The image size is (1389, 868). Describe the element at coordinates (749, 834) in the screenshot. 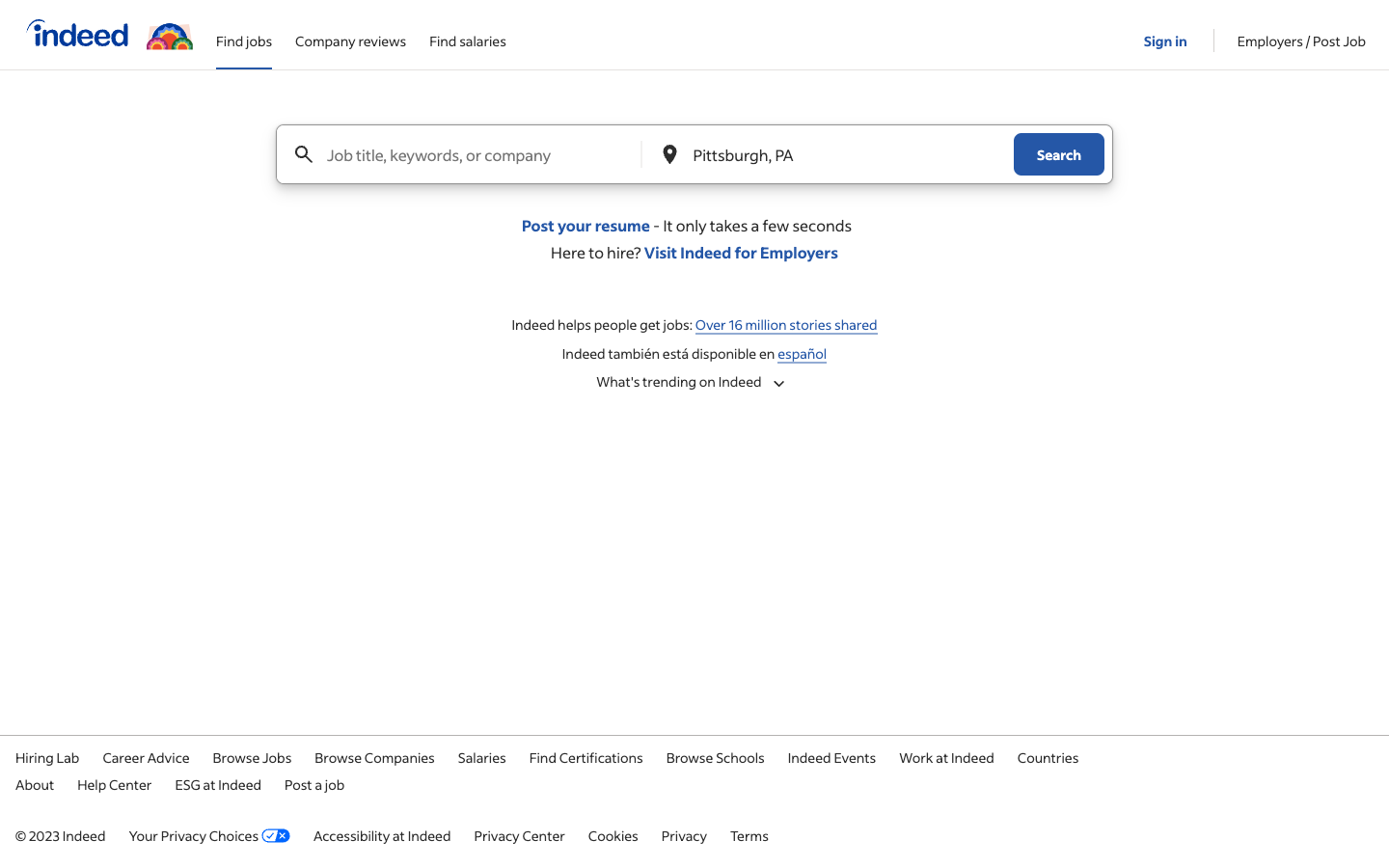

I see `the terms and conditions page` at that location.